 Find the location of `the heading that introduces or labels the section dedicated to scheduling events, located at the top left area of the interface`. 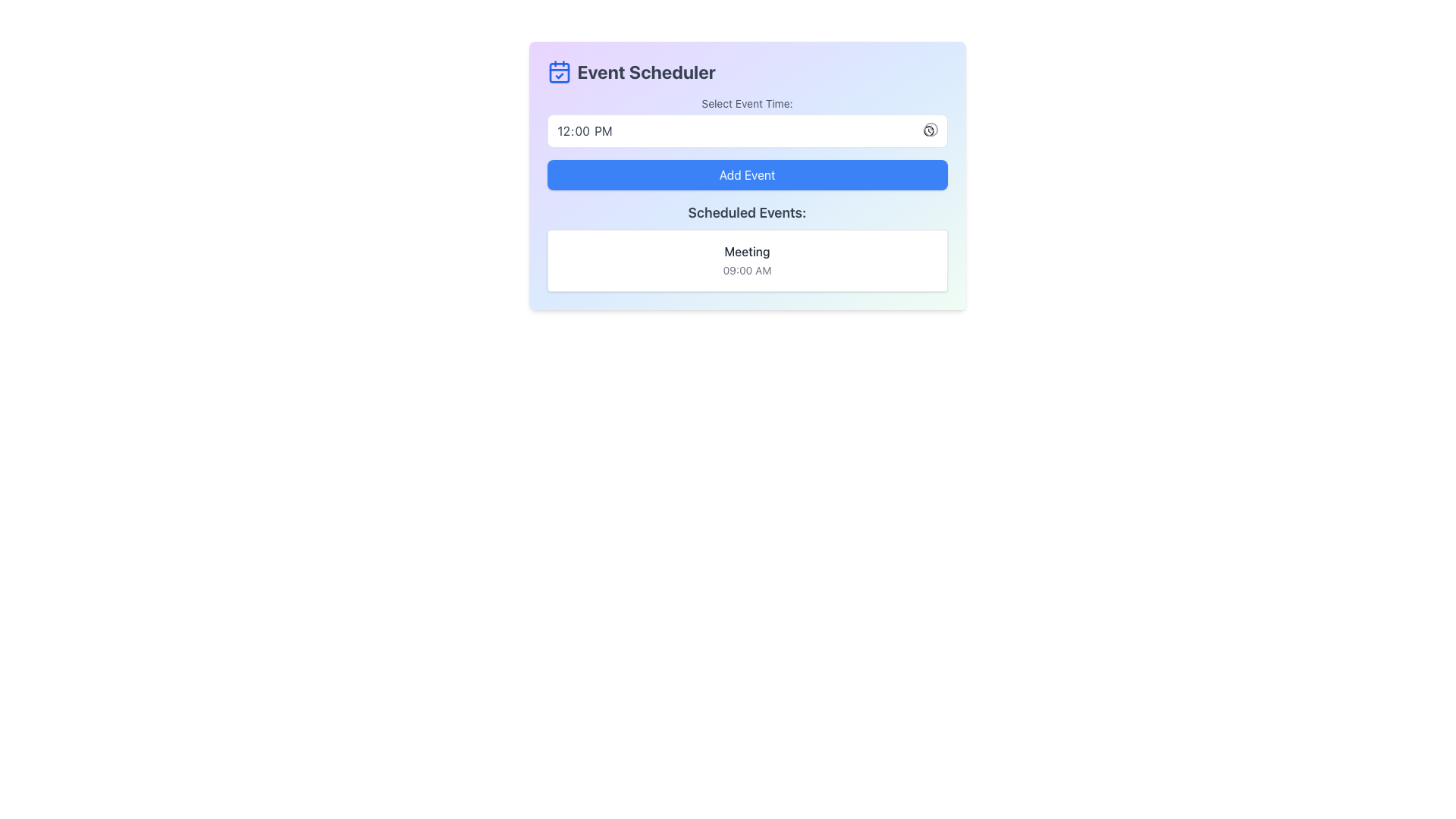

the heading that introduces or labels the section dedicated to scheduling events, located at the top left area of the interface is located at coordinates (646, 72).